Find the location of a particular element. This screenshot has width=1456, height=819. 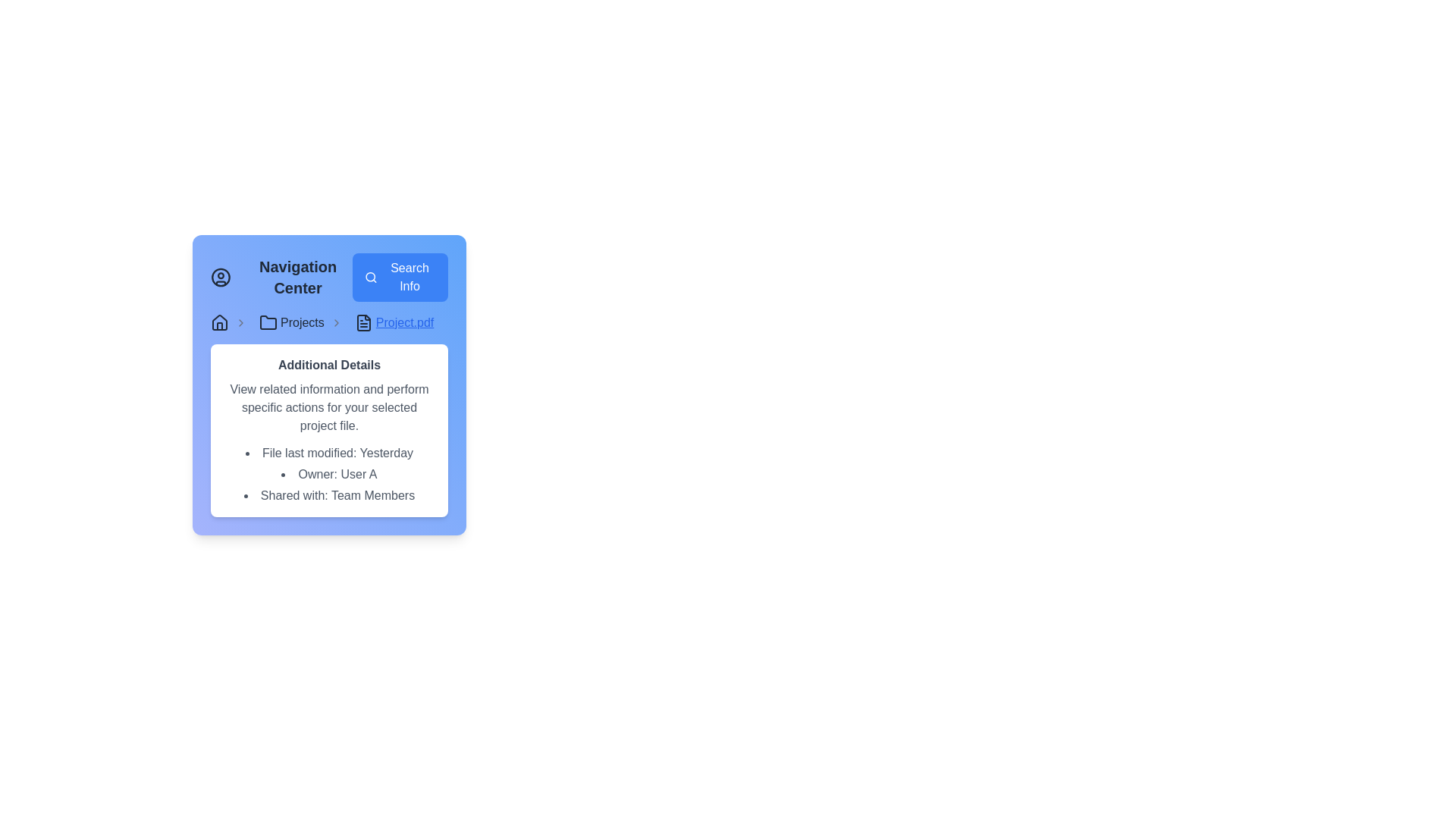

the document icon represented as a stylized document with a folded corner, located near the 'Project.pdf' label in the top-right quadrant of the window is located at coordinates (362, 322).